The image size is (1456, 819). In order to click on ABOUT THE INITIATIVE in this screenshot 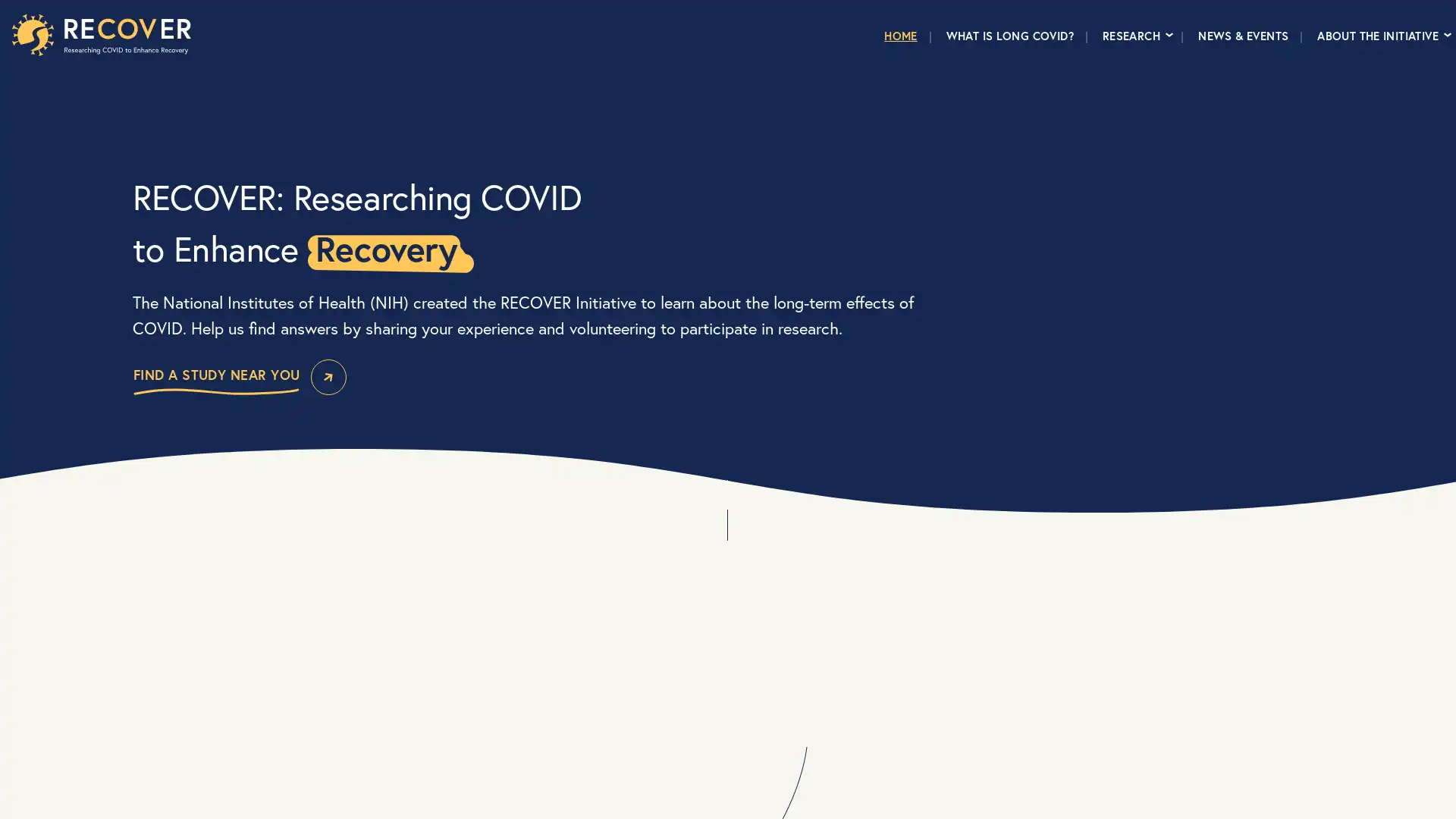, I will do `click(1370, 34)`.